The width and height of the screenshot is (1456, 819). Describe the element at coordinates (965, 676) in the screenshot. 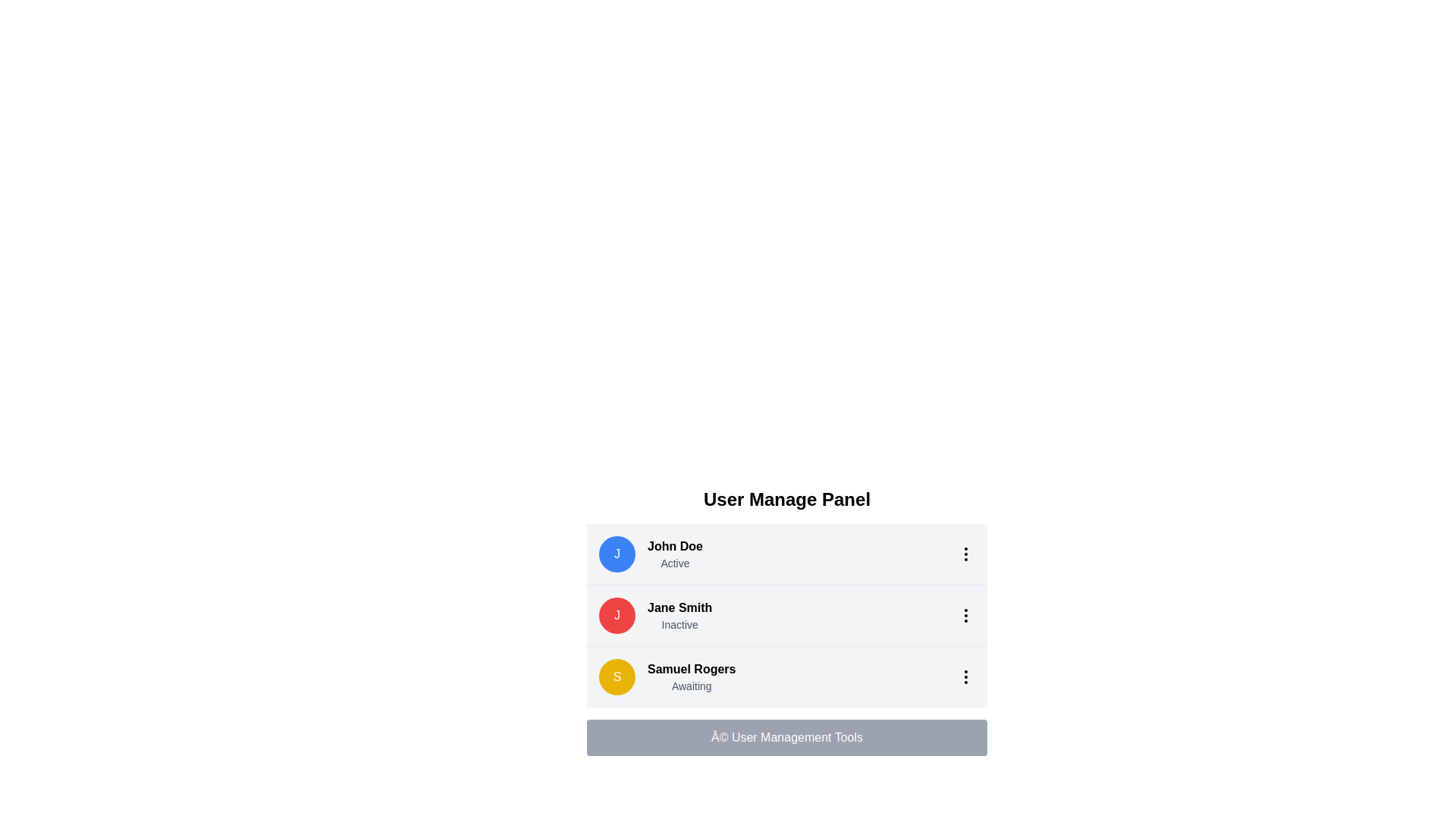

I see `the vertical ellipsis icon located at the far right of the row representing Samuel Rogers` at that location.